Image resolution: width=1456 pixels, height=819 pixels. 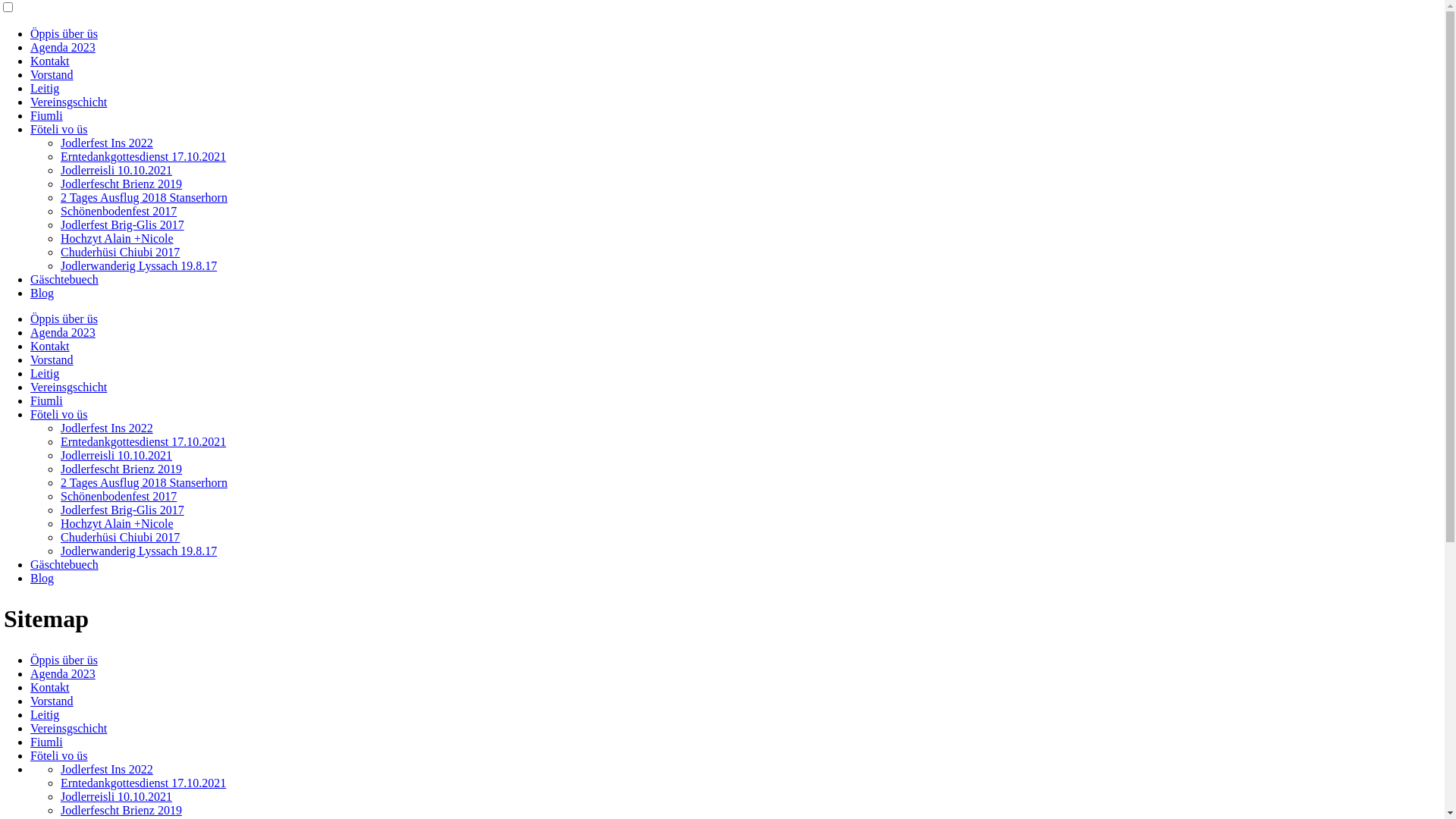 What do you see at coordinates (52, 74) in the screenshot?
I see `'Vorstand'` at bounding box center [52, 74].